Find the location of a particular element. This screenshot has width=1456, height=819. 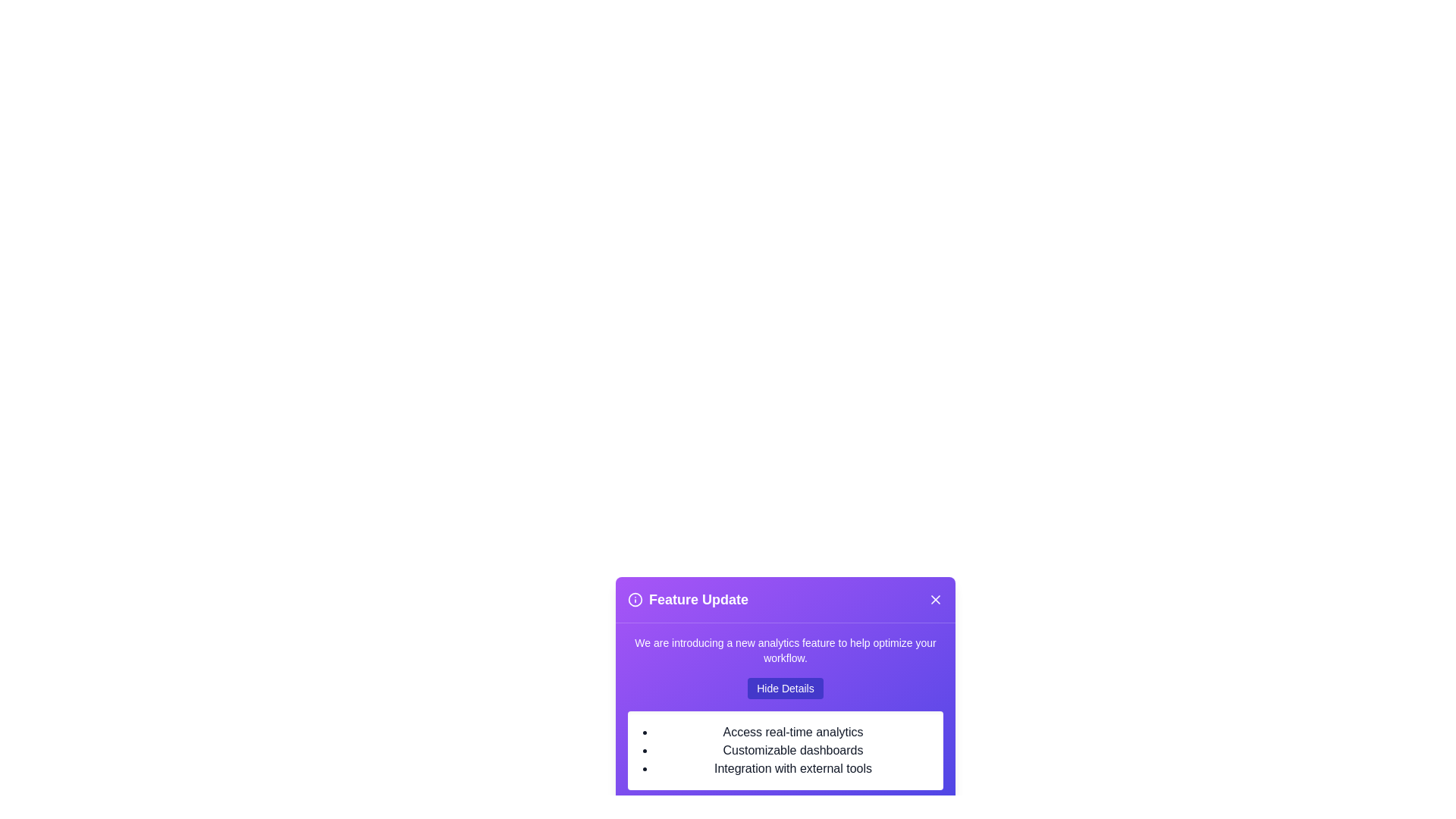

close button to dismiss the alert box is located at coordinates (934, 598).